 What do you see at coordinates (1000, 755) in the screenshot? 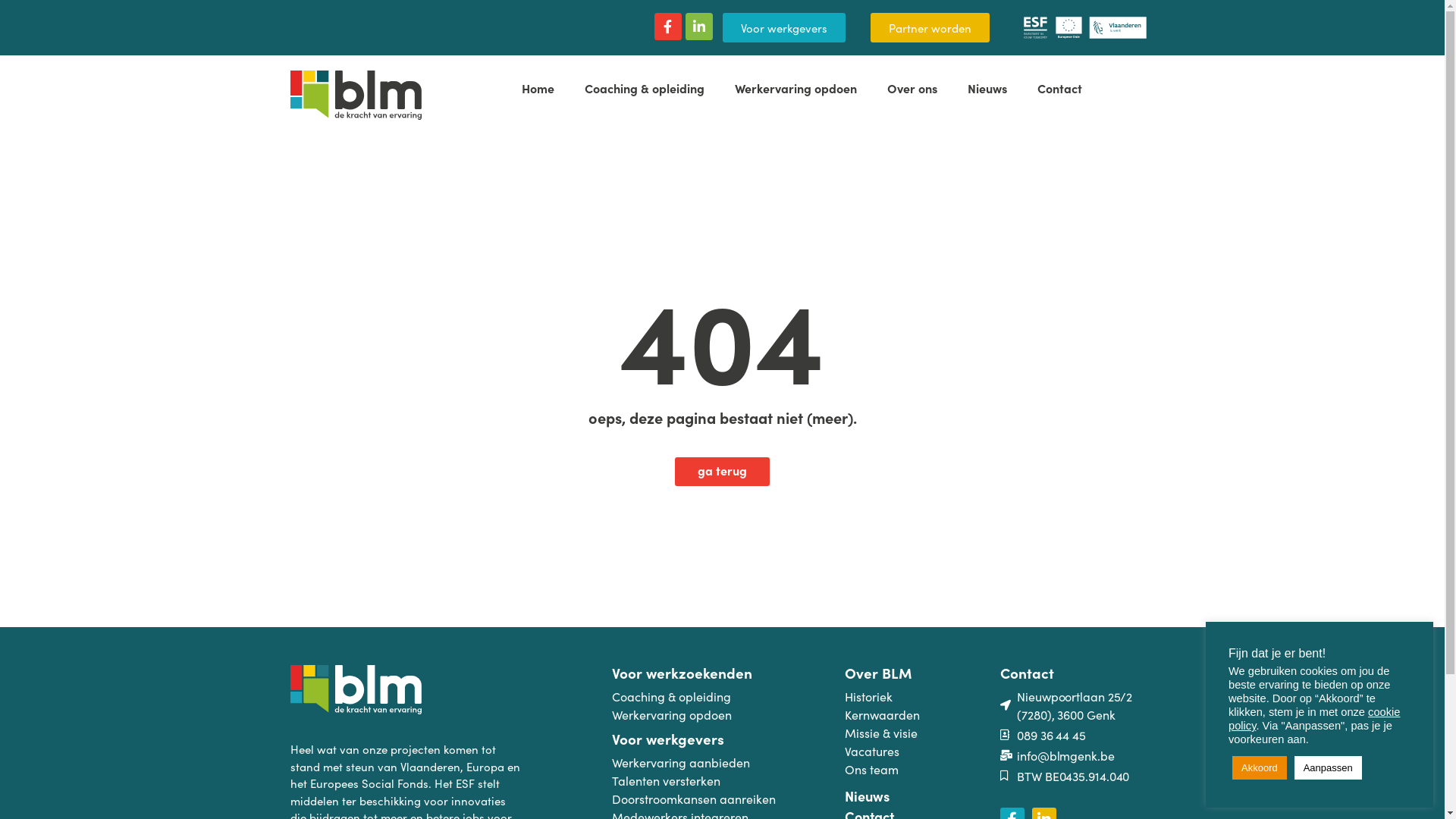
I see `'info@blmgenk.be'` at bounding box center [1000, 755].